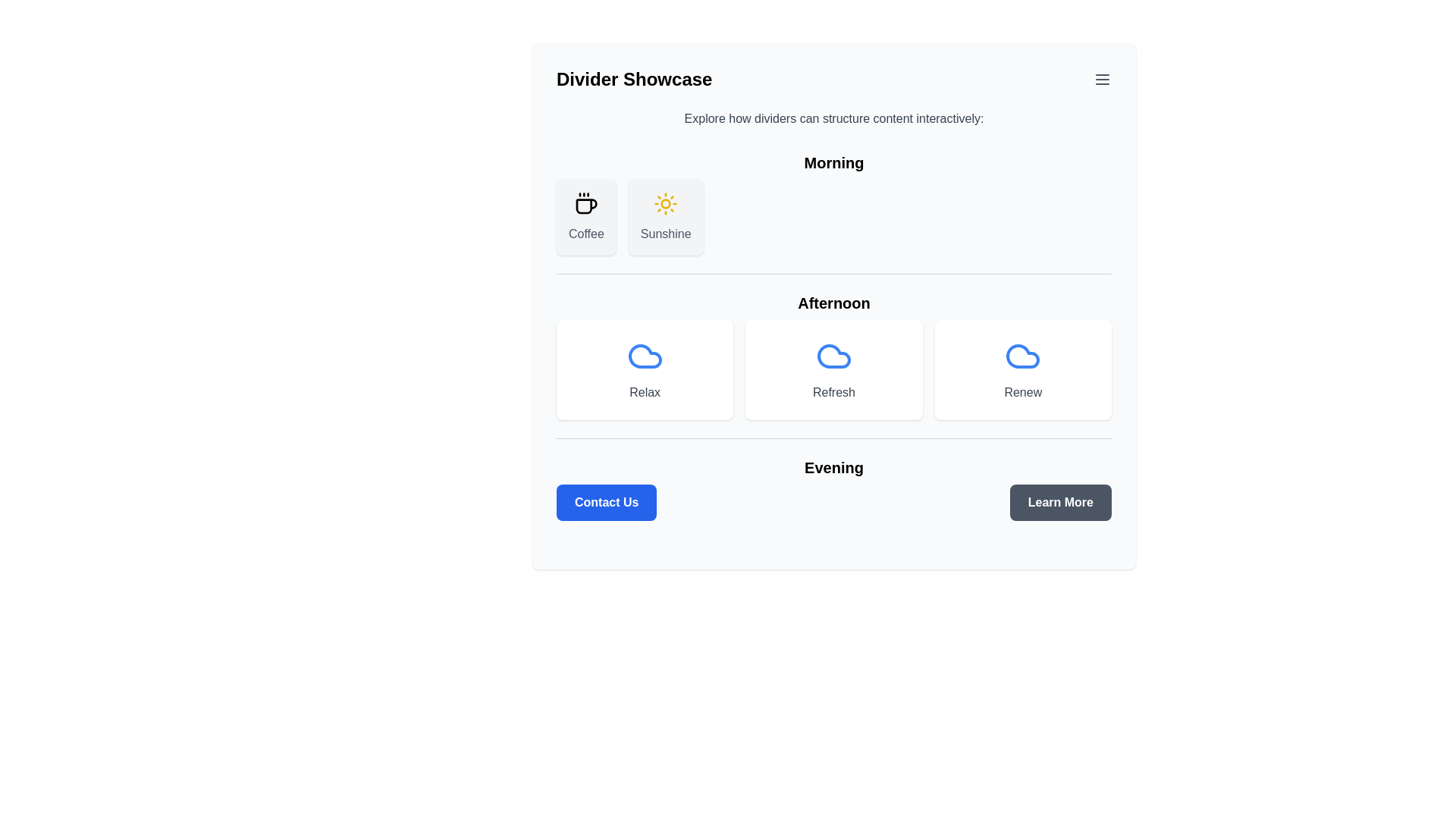 Image resolution: width=1456 pixels, height=819 pixels. Describe the element at coordinates (645, 356) in the screenshot. I see `the 'Relax' card icon, which visually represents a cloud and is located above the text 'Relax' in the first card of the 'Afternoon' section` at that location.